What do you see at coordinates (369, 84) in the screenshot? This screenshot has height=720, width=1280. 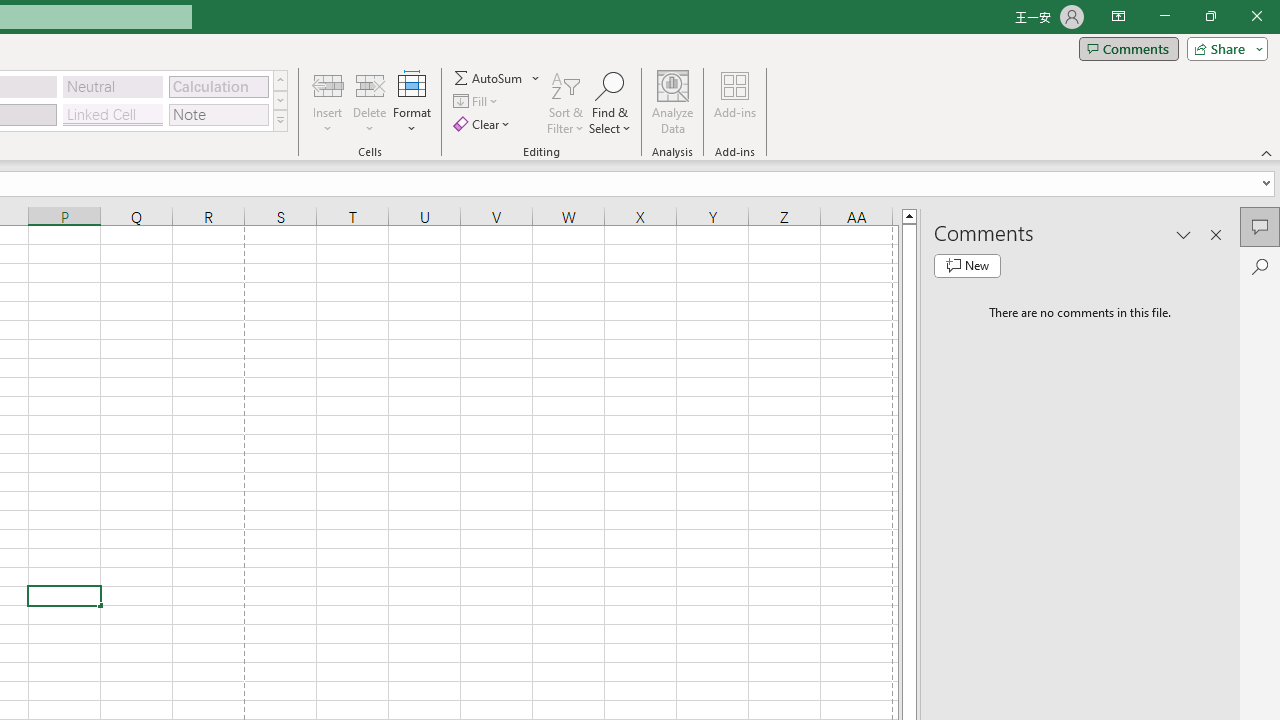 I see `'Delete Cells...'` at bounding box center [369, 84].